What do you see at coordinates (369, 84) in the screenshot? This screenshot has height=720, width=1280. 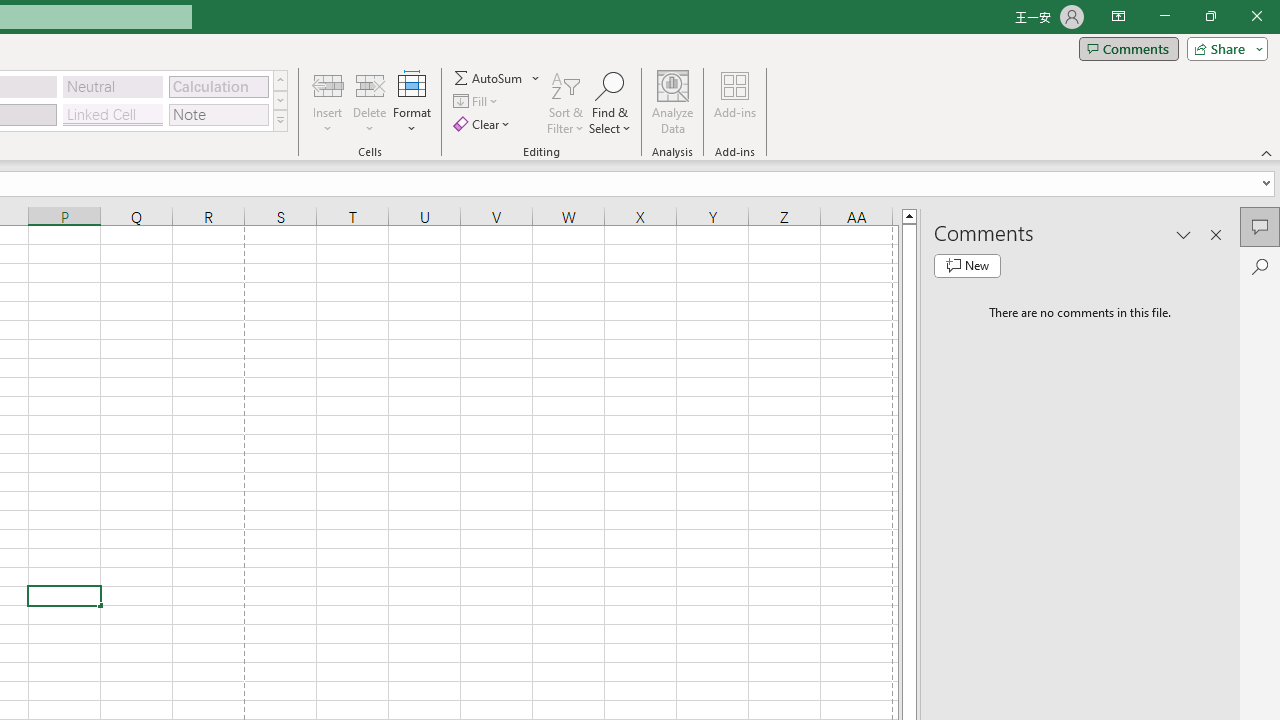 I see `'Delete Cells...'` at bounding box center [369, 84].